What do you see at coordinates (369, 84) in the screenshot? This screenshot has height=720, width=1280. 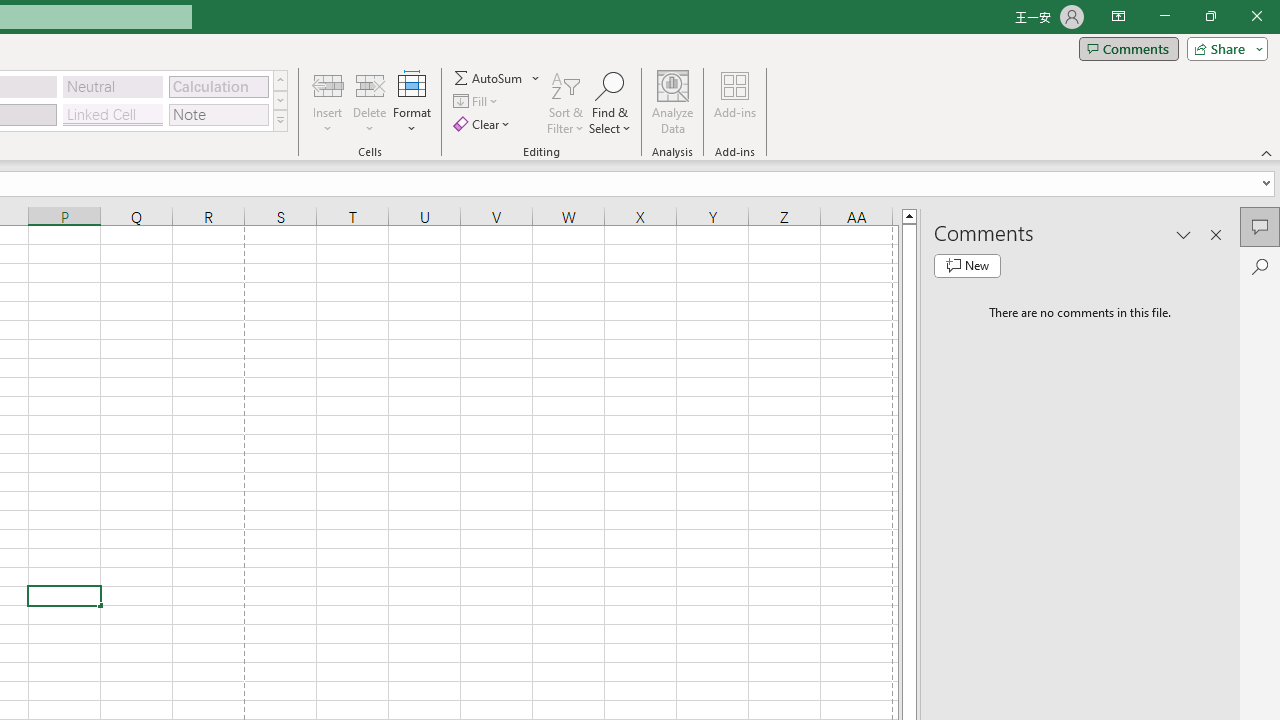 I see `'Delete Cells...'` at bounding box center [369, 84].